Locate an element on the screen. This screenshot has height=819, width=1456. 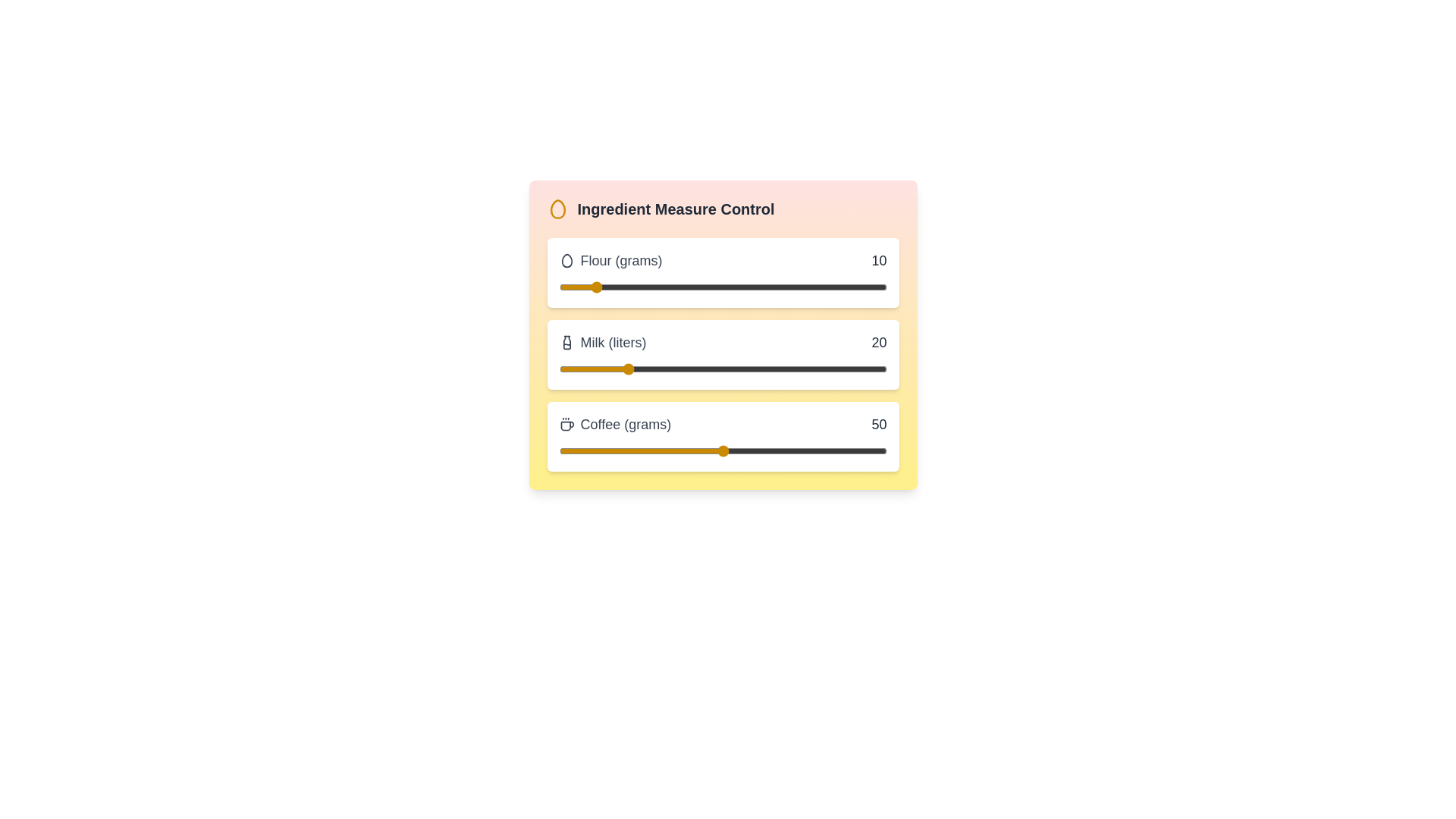
ingredient measurement is located at coordinates (801, 287).